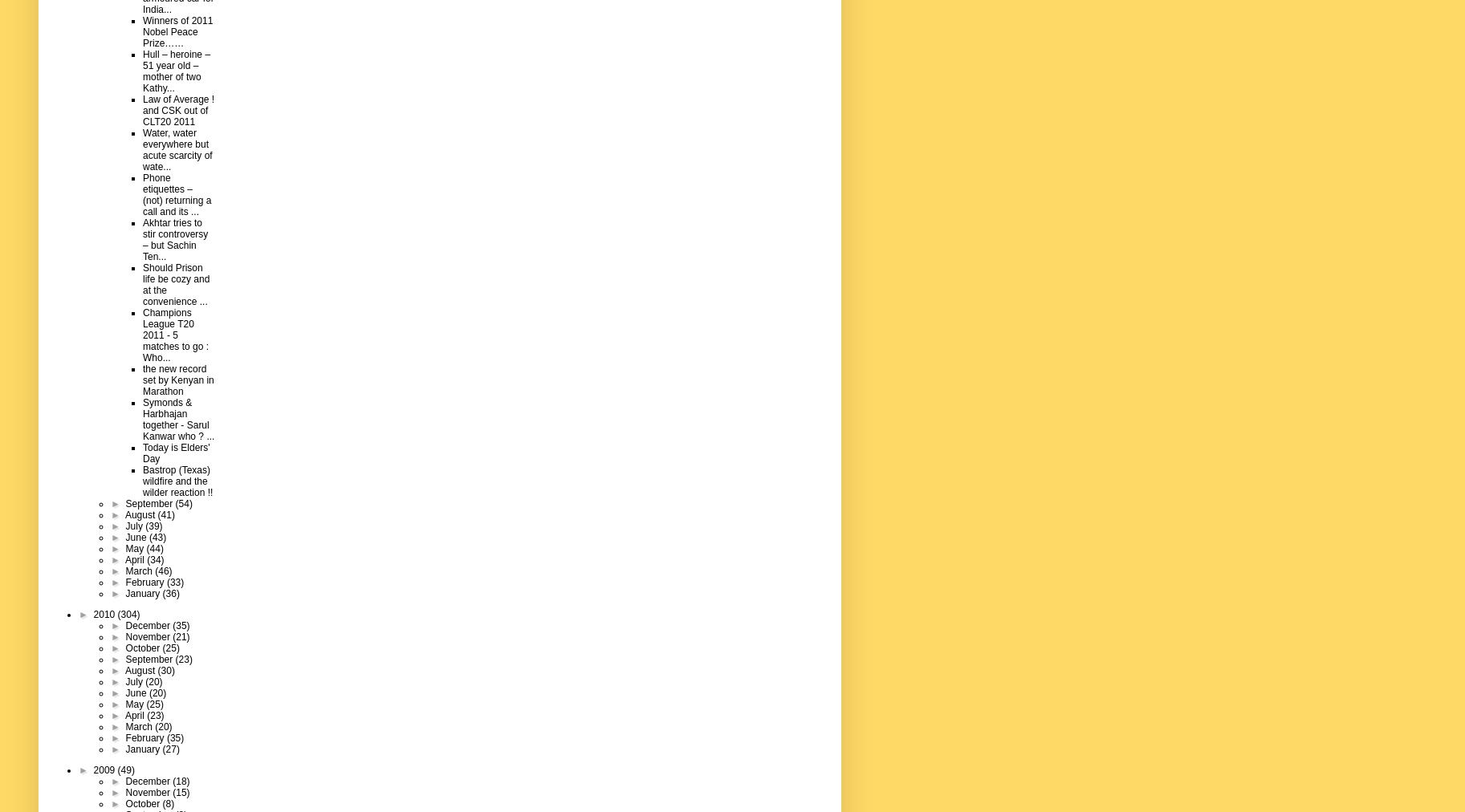 This screenshot has height=812, width=1465. I want to click on 'Today is Elders' Day', so click(176, 451).